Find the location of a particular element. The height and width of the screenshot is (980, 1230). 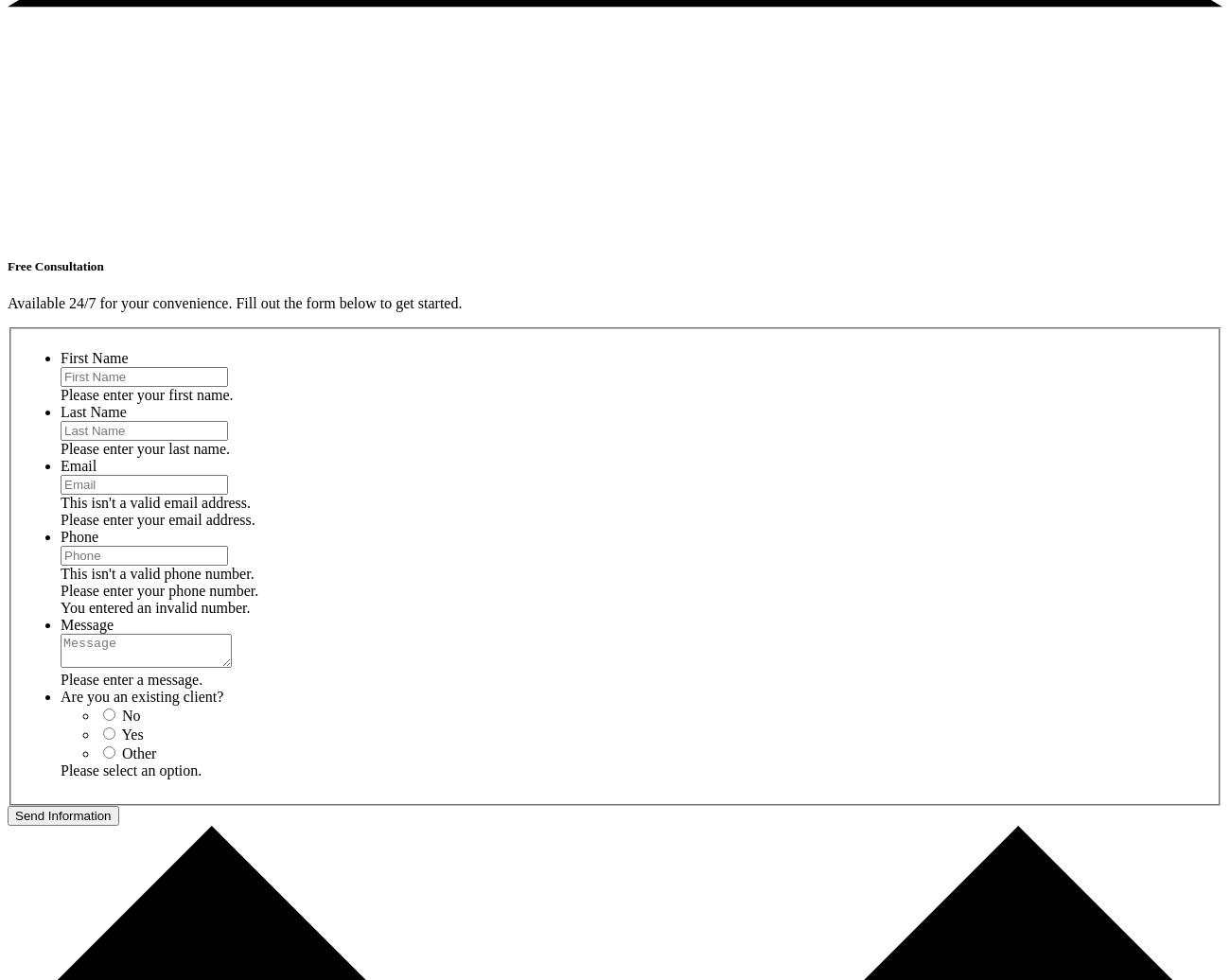

'Other' is located at coordinates (138, 752).